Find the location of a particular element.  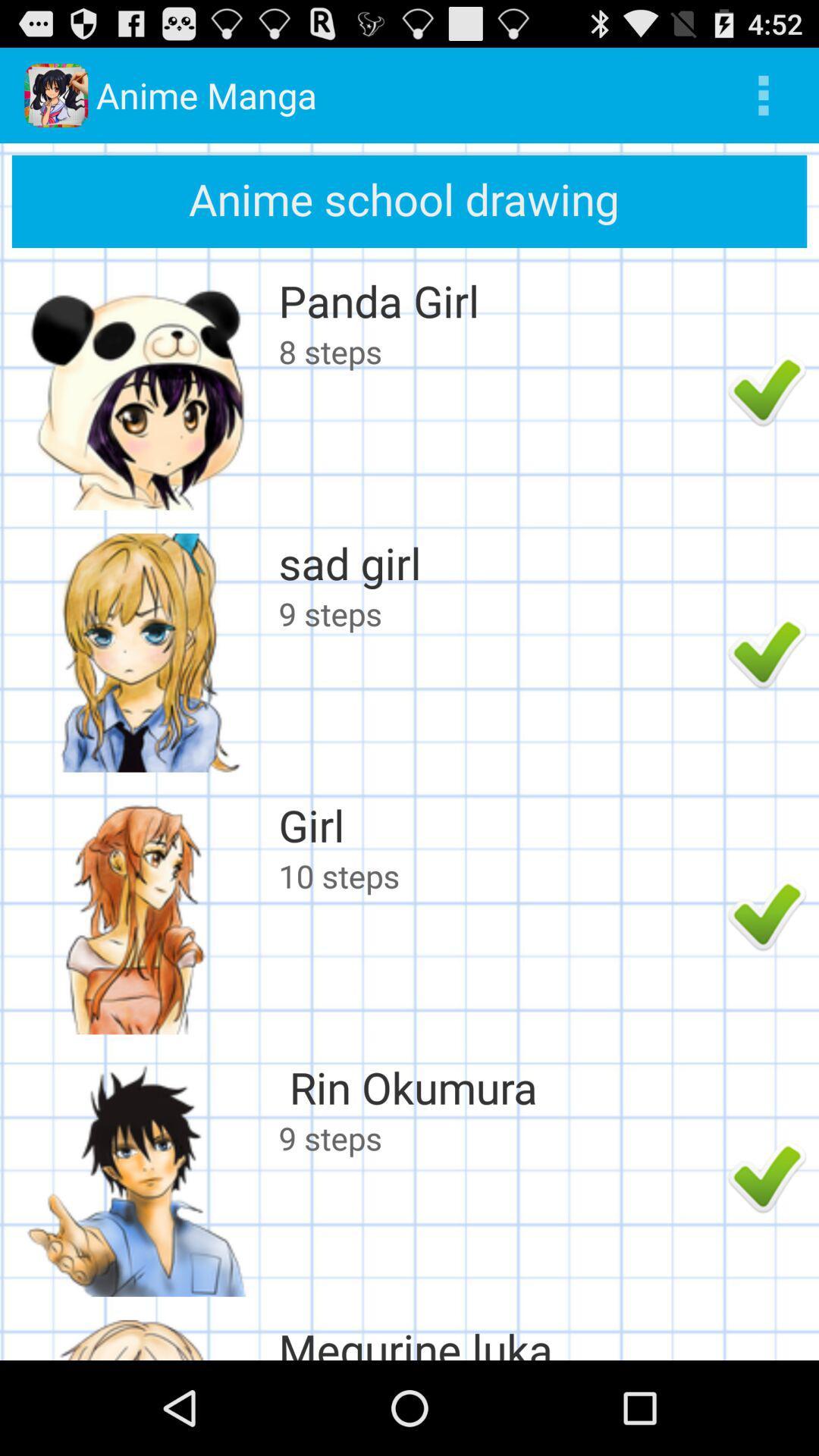

megurine luka item is located at coordinates (499, 1340).